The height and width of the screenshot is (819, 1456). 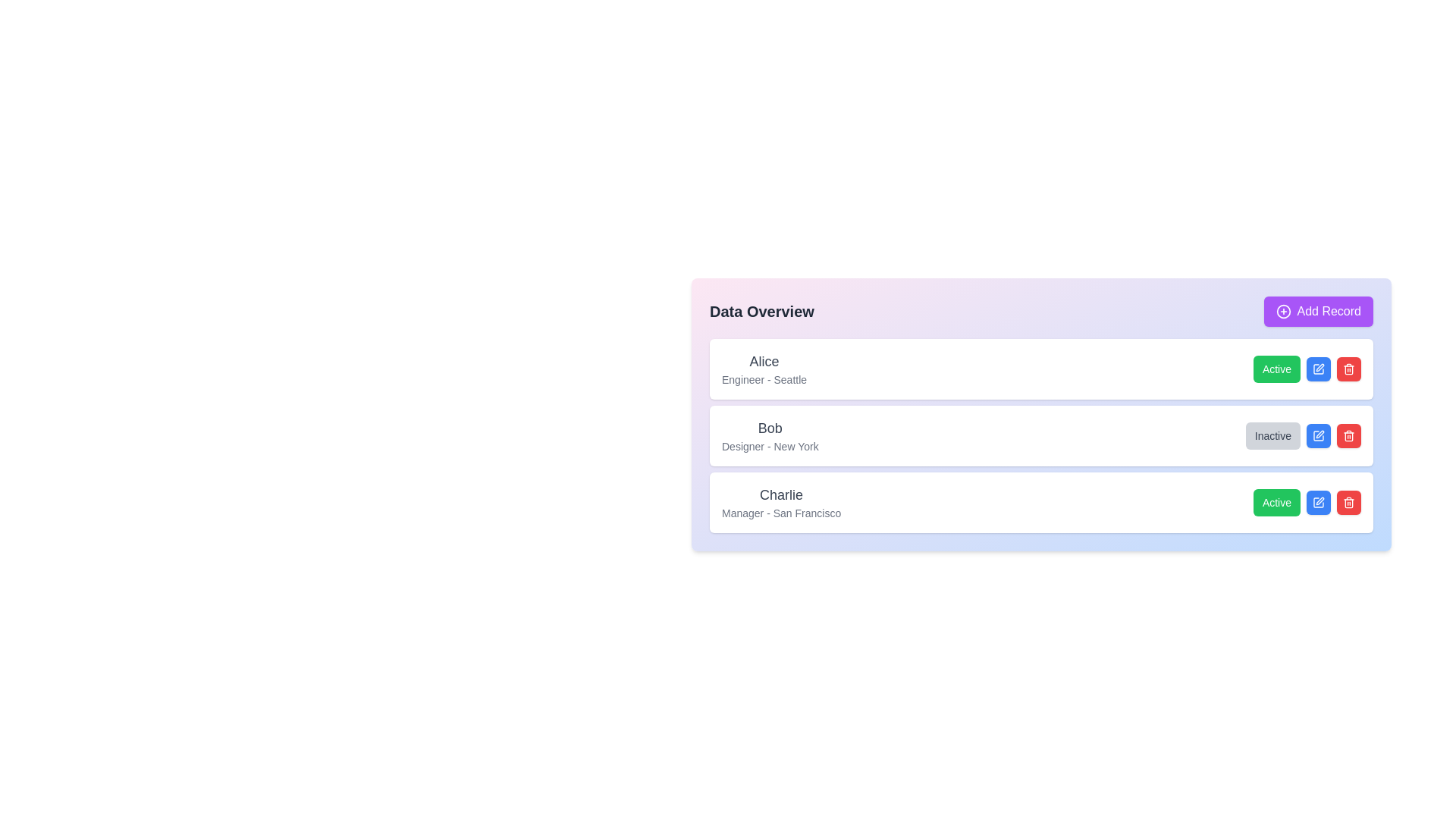 What do you see at coordinates (770, 435) in the screenshot?
I see `text label displaying user Bob's name and professional details, located in the second card of a vertically stacked list of cards, positioned at the upper-left section of the card` at bounding box center [770, 435].